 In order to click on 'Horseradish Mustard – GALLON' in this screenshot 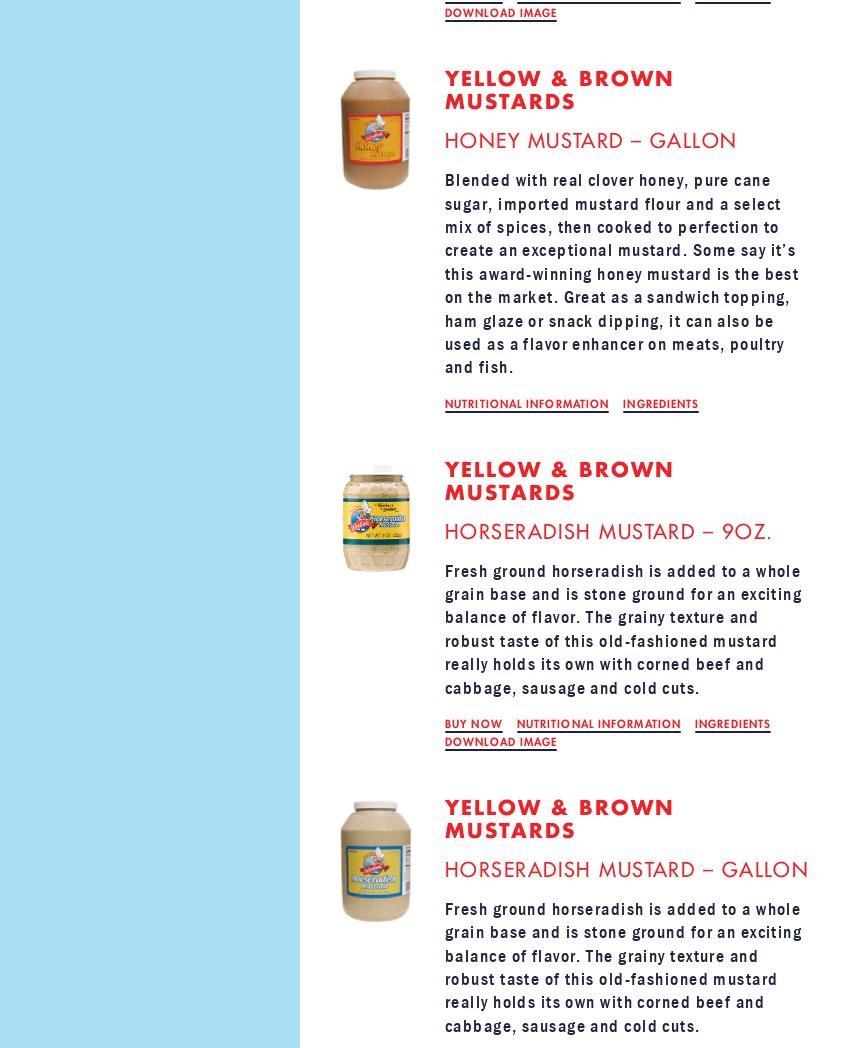, I will do `click(625, 869)`.